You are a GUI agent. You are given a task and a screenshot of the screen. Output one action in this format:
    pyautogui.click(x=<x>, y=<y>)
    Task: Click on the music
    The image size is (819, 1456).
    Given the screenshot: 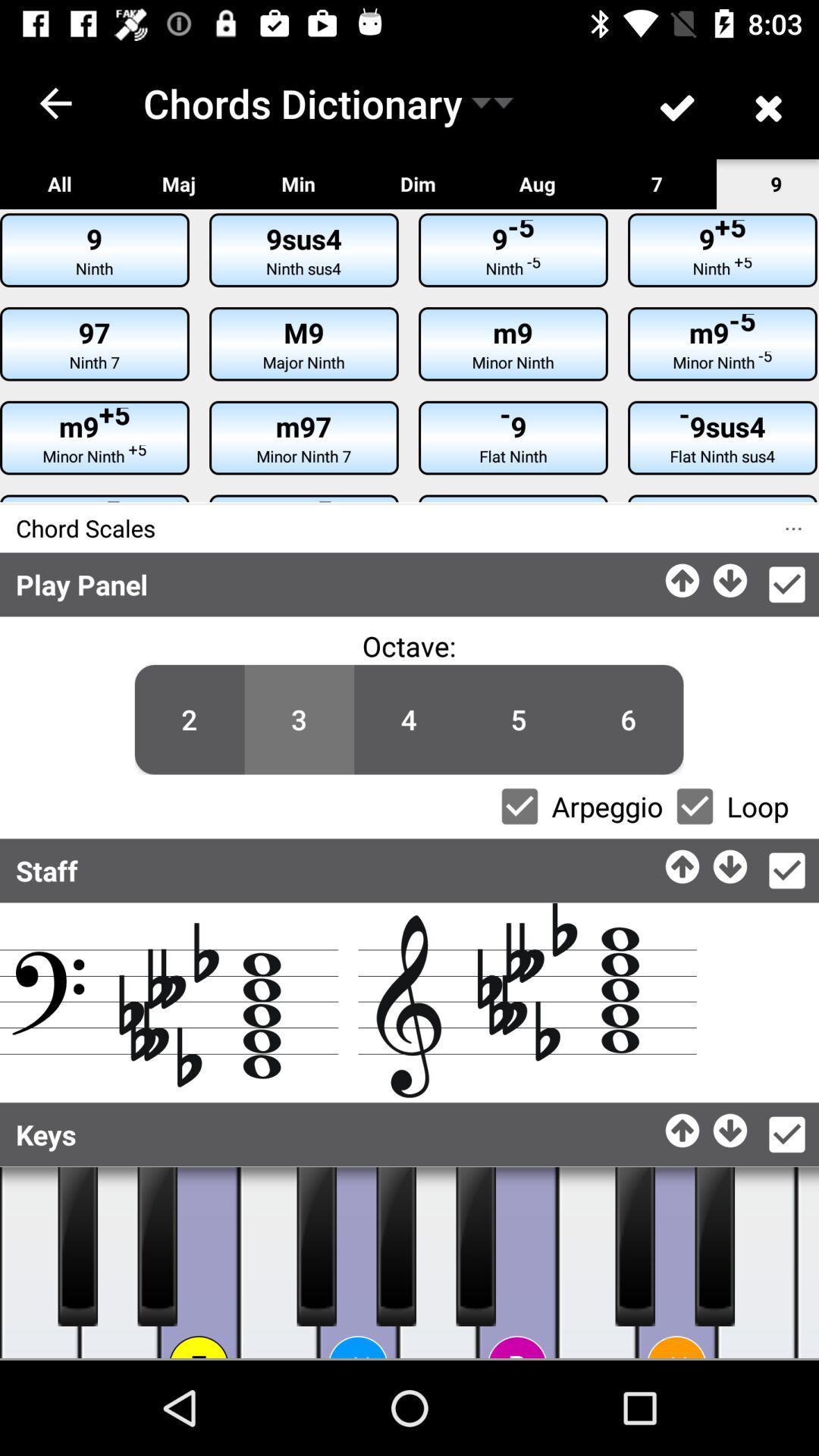 What is the action you would take?
    pyautogui.click(x=198, y=1263)
    